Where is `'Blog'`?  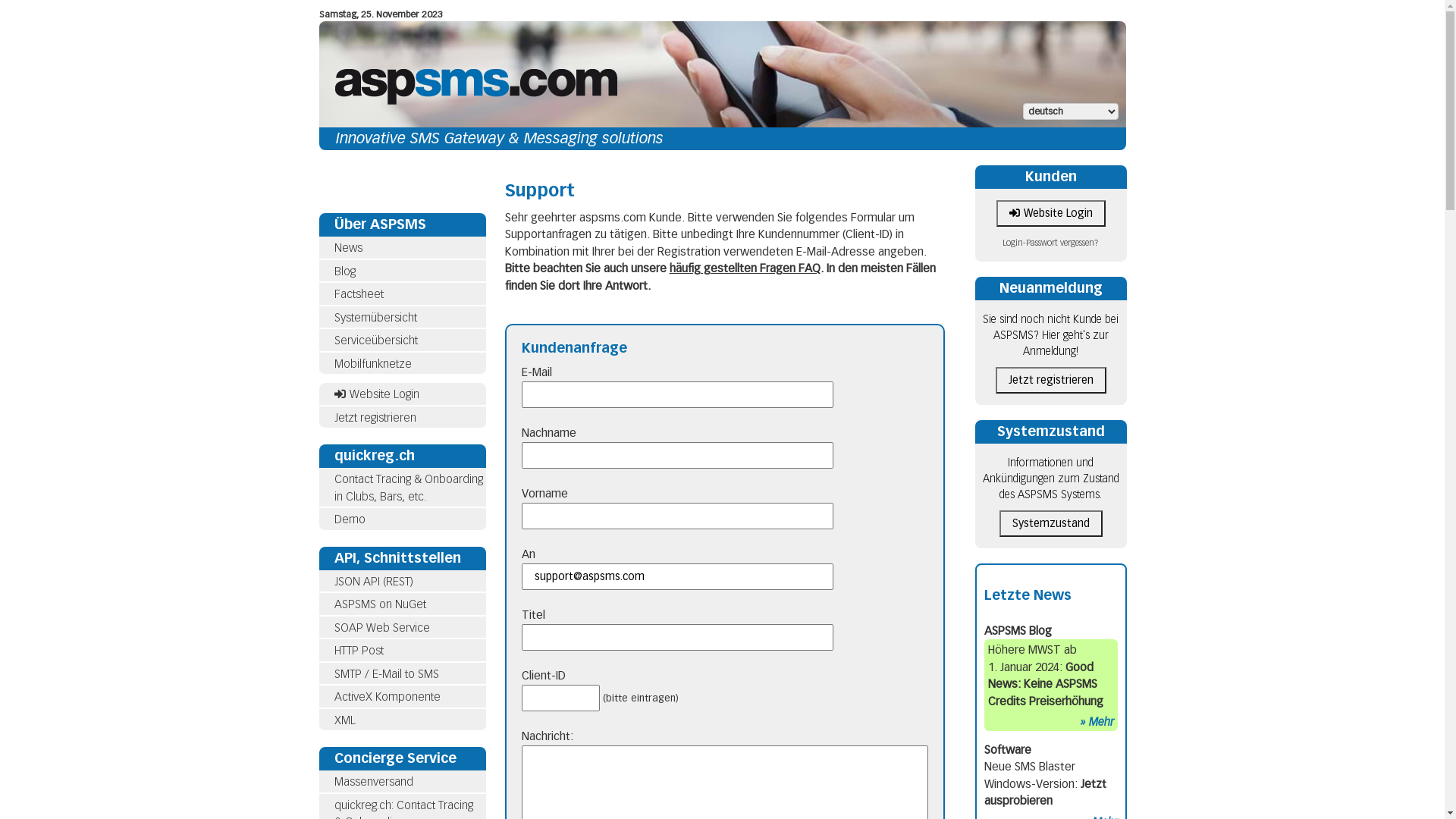
'Blog' is located at coordinates (401, 270).